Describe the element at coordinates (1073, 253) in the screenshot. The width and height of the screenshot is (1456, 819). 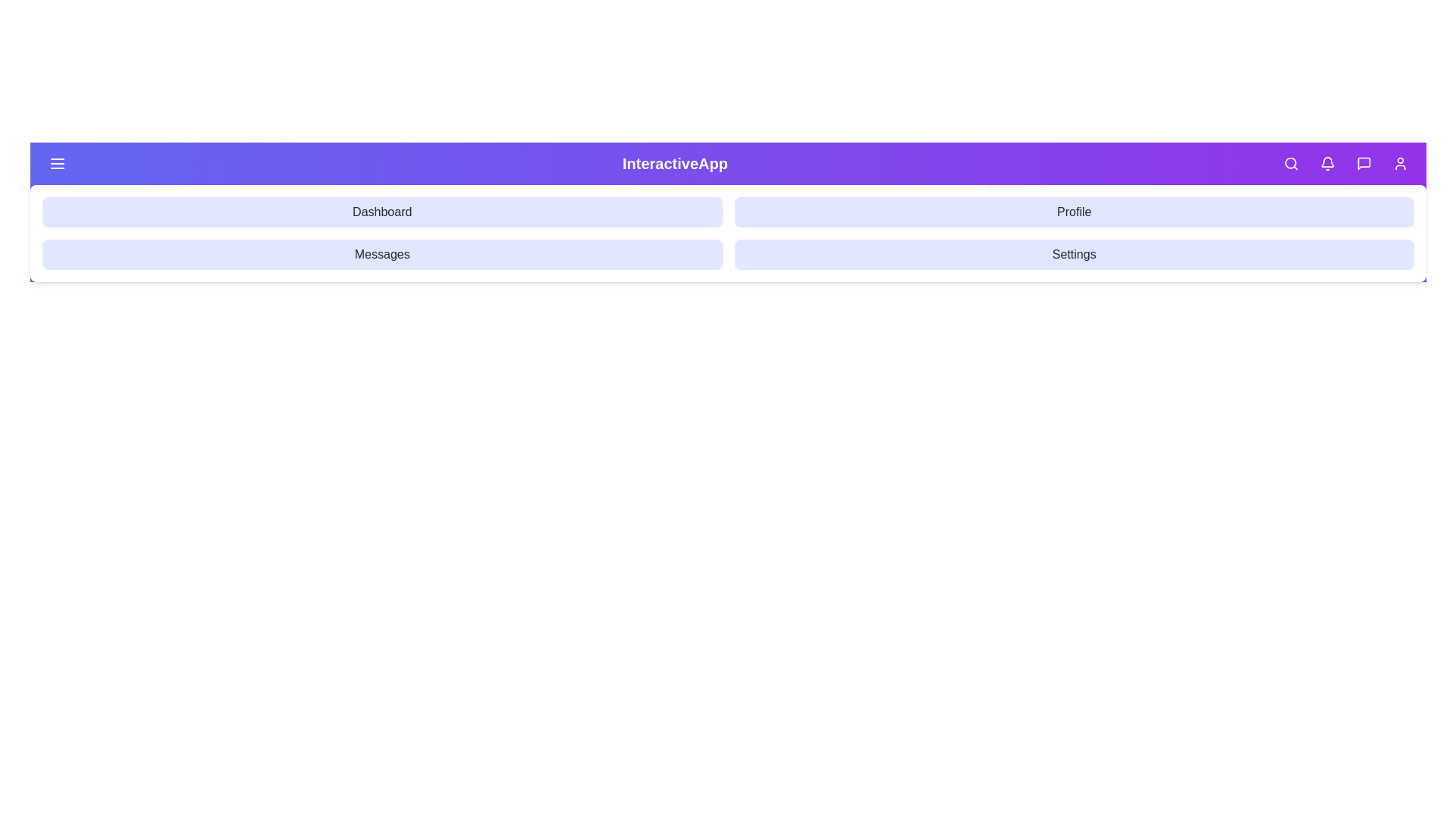
I see `the navigation option Settings to navigate to the corresponding section` at that location.